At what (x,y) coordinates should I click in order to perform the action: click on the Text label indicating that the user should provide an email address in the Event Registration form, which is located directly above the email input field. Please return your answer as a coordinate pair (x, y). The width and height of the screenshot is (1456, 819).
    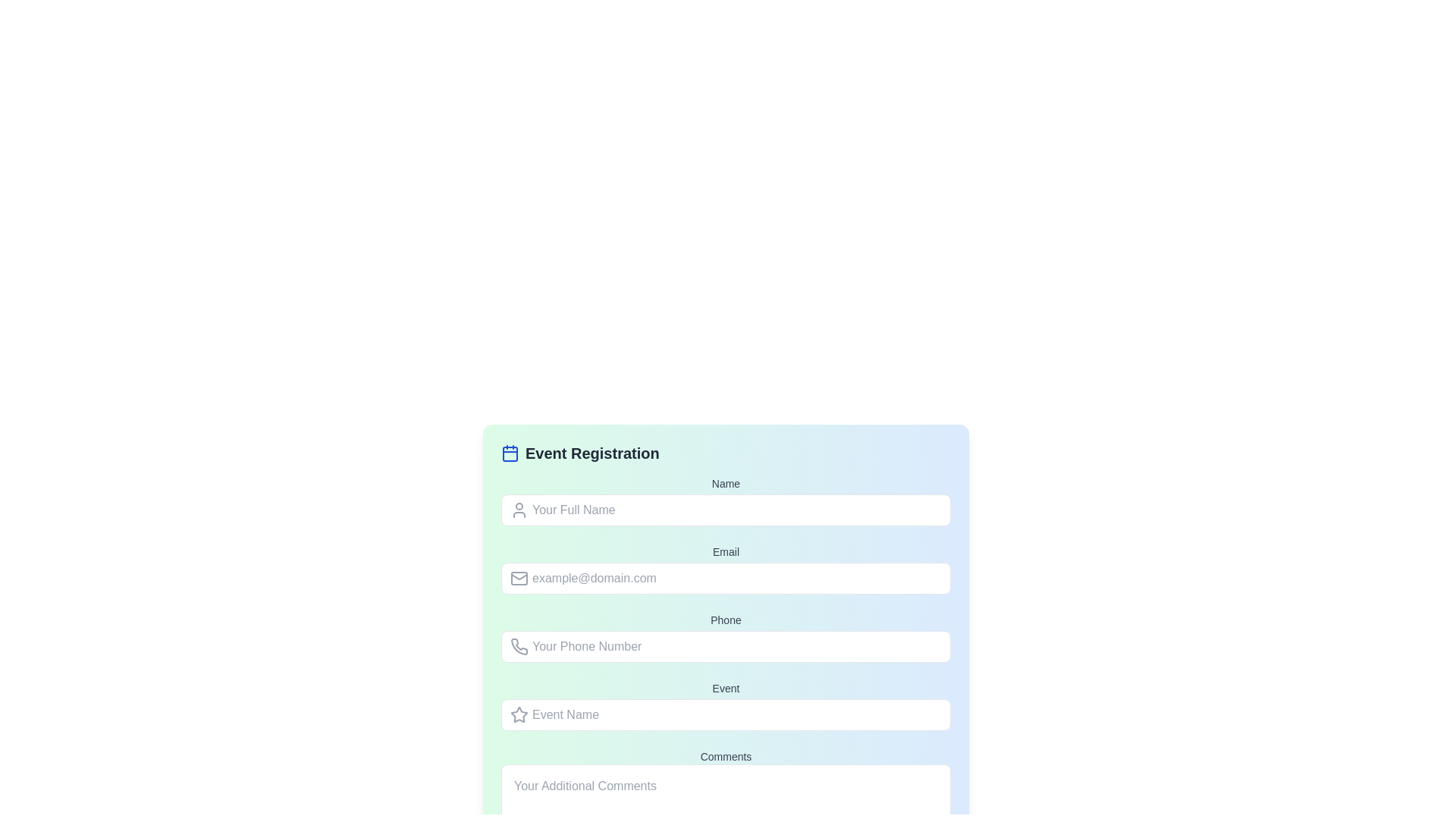
    Looking at the image, I should click on (725, 552).